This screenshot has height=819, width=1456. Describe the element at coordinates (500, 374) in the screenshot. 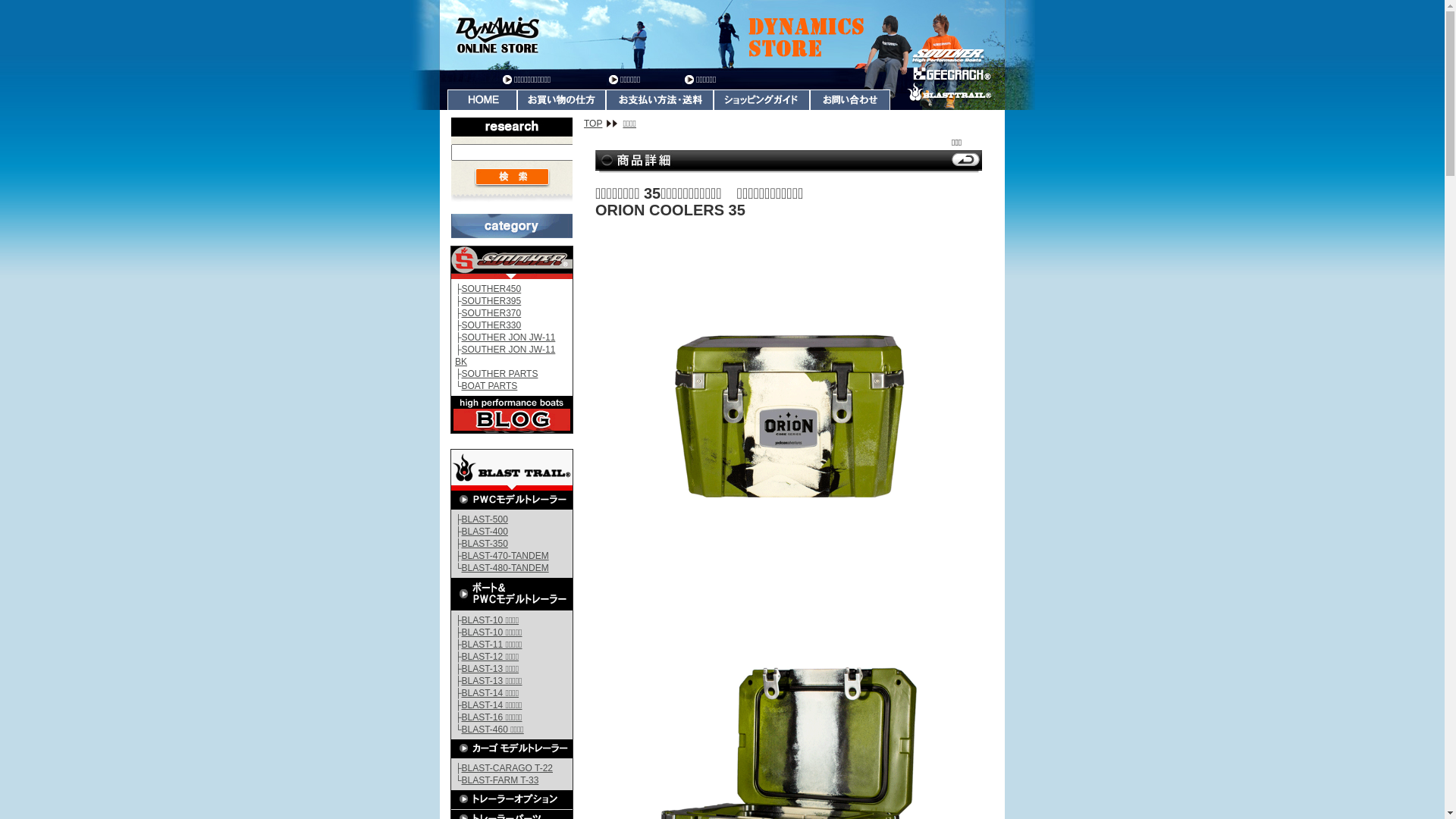

I see `'SOUTHER PARTS'` at that location.